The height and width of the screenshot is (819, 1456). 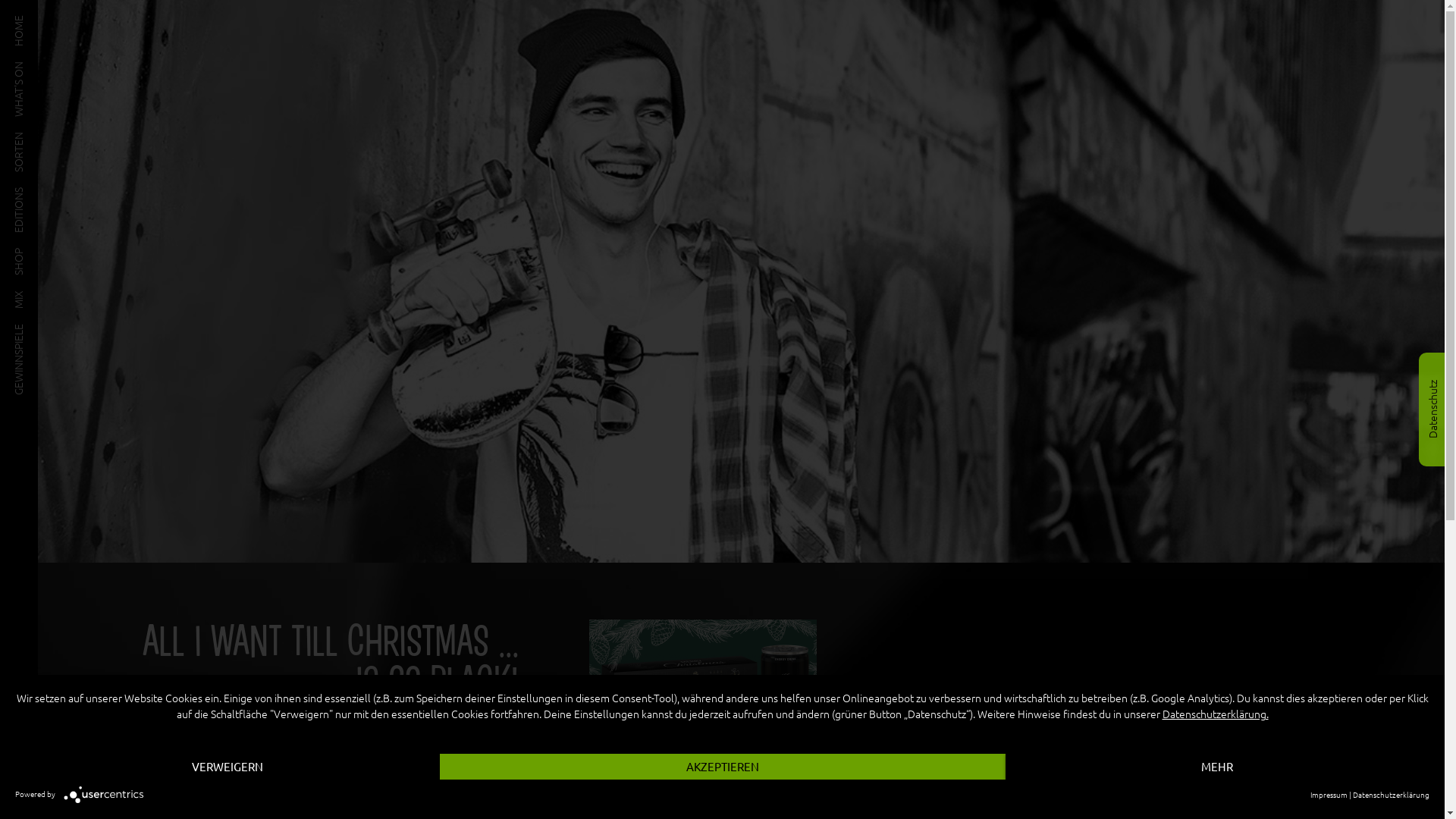 What do you see at coordinates (14, 137) in the screenshot?
I see `'SORTEN'` at bounding box center [14, 137].